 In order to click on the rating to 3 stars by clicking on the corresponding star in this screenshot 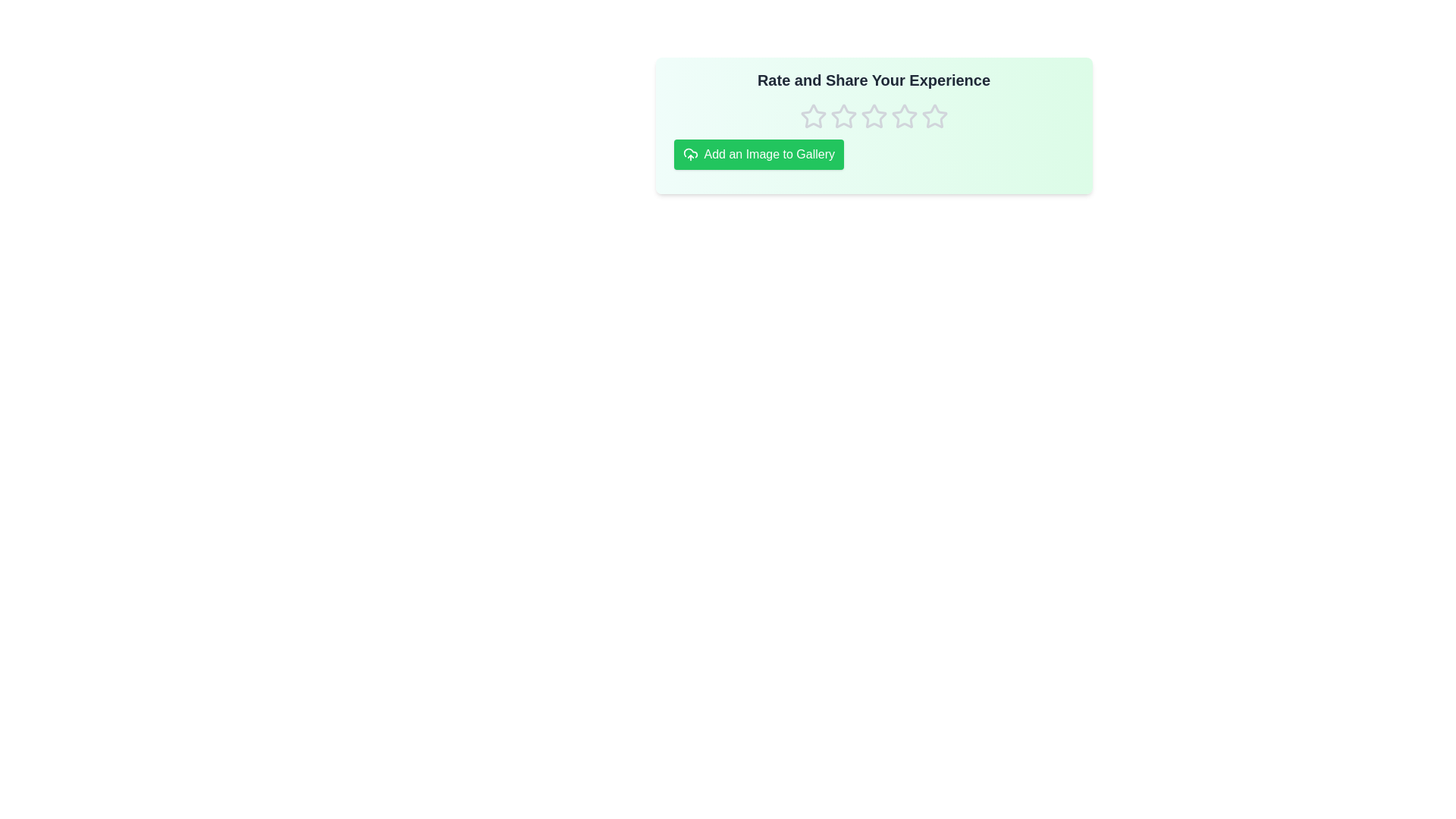, I will do `click(874, 116)`.